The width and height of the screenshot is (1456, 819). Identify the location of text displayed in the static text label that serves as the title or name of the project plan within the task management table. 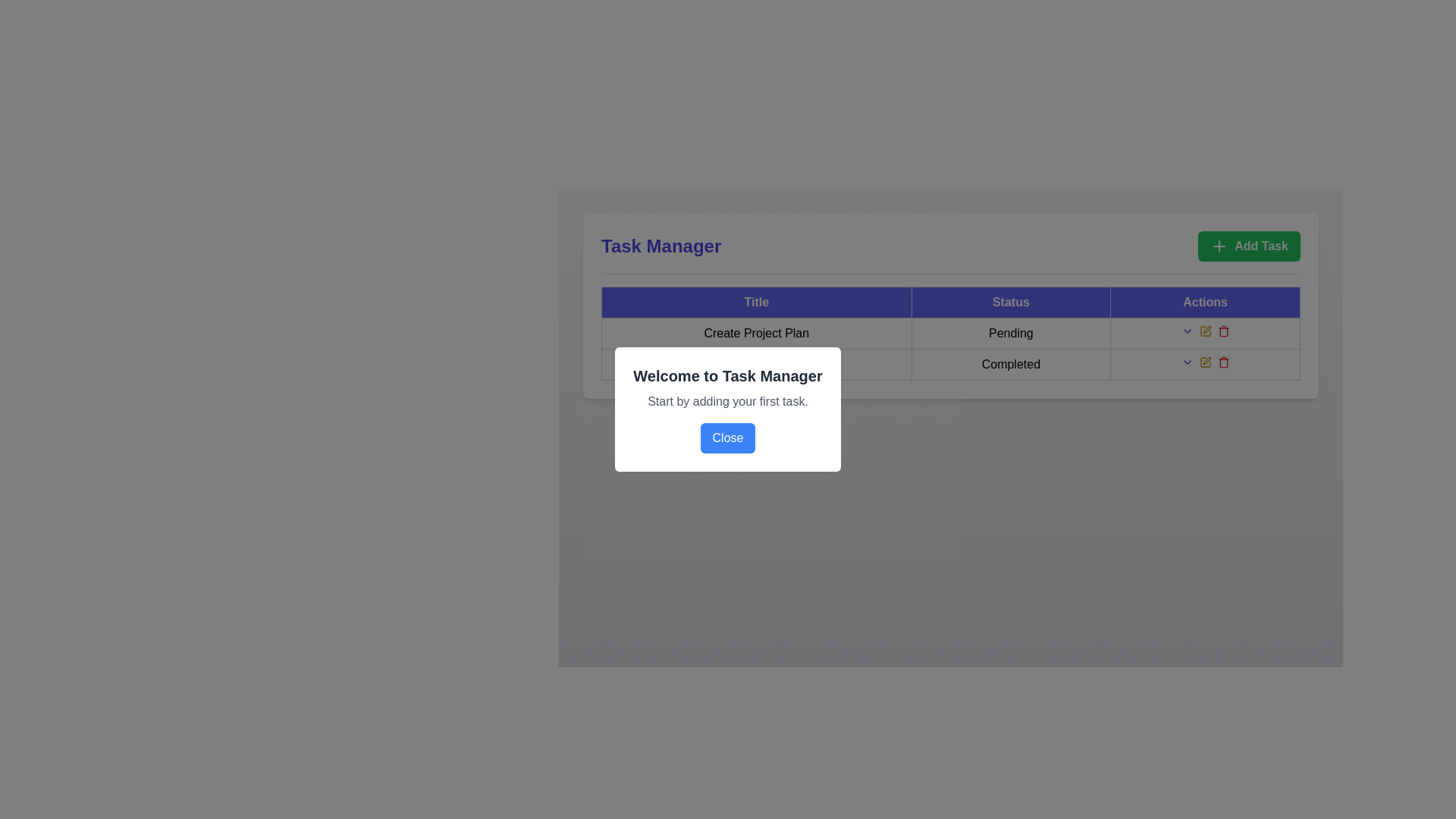
(756, 332).